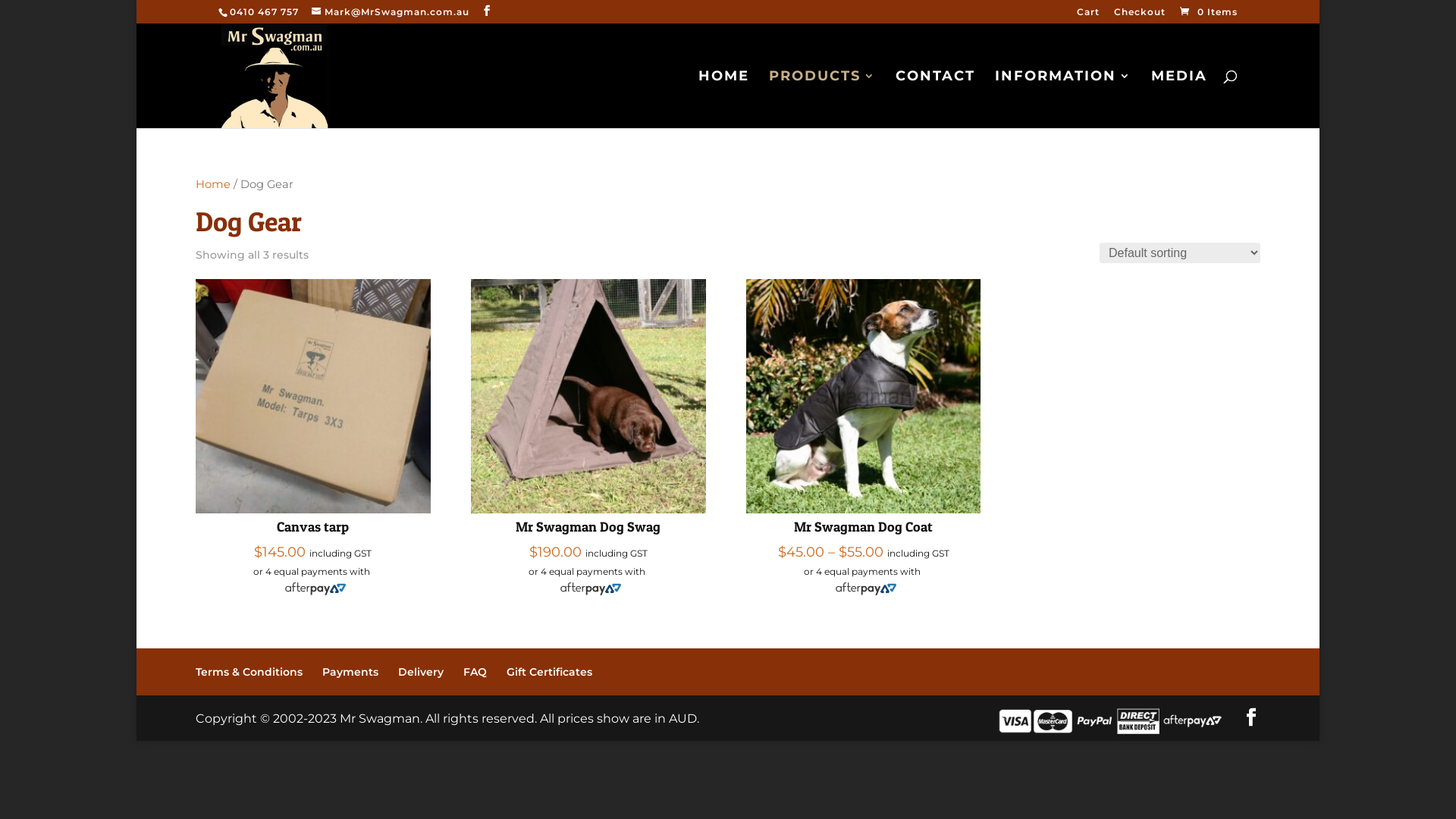 This screenshot has height=819, width=1456. I want to click on 'Terms & Conditions', so click(195, 671).